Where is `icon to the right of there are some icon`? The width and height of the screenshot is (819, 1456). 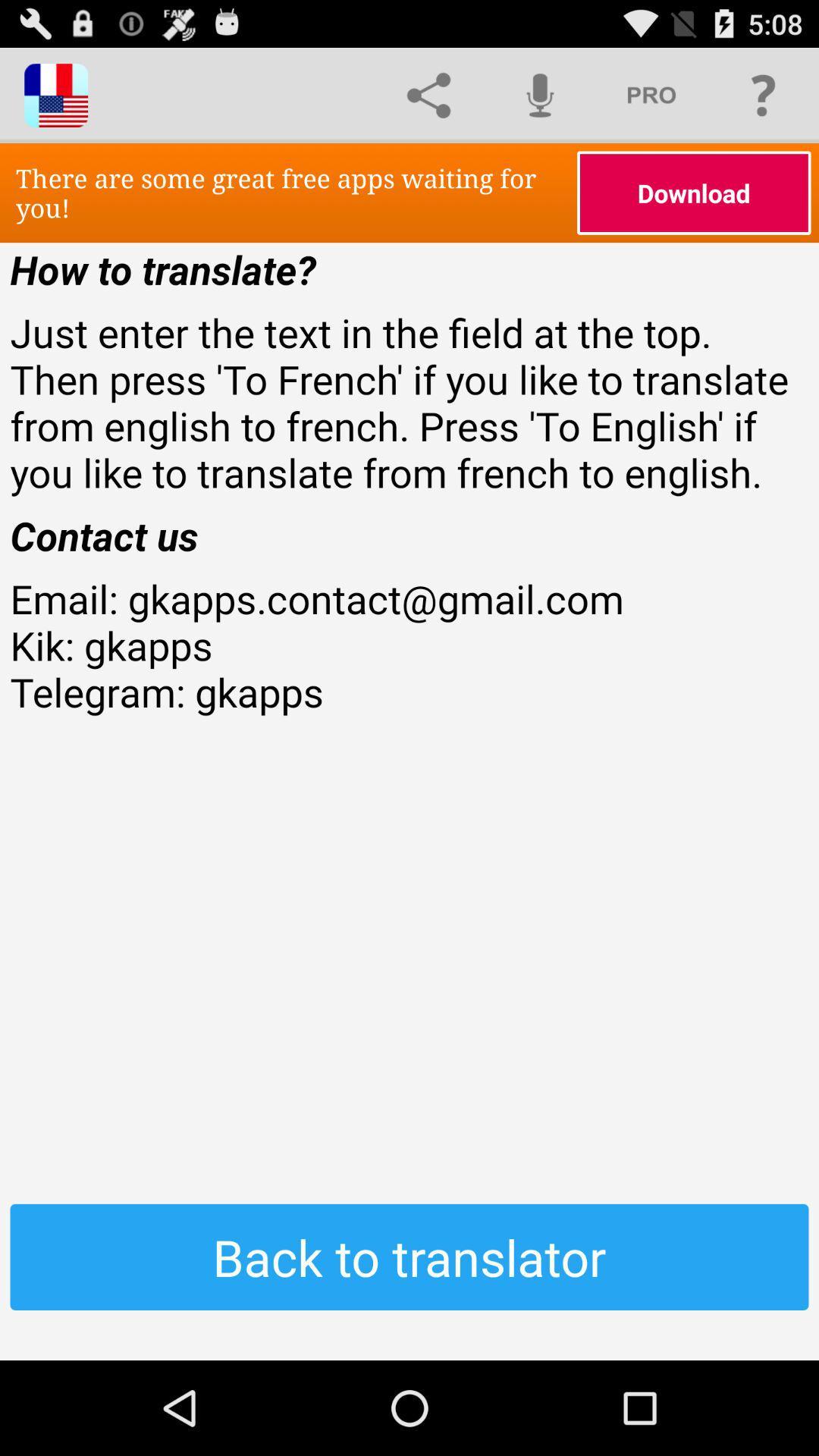 icon to the right of there are some icon is located at coordinates (694, 192).